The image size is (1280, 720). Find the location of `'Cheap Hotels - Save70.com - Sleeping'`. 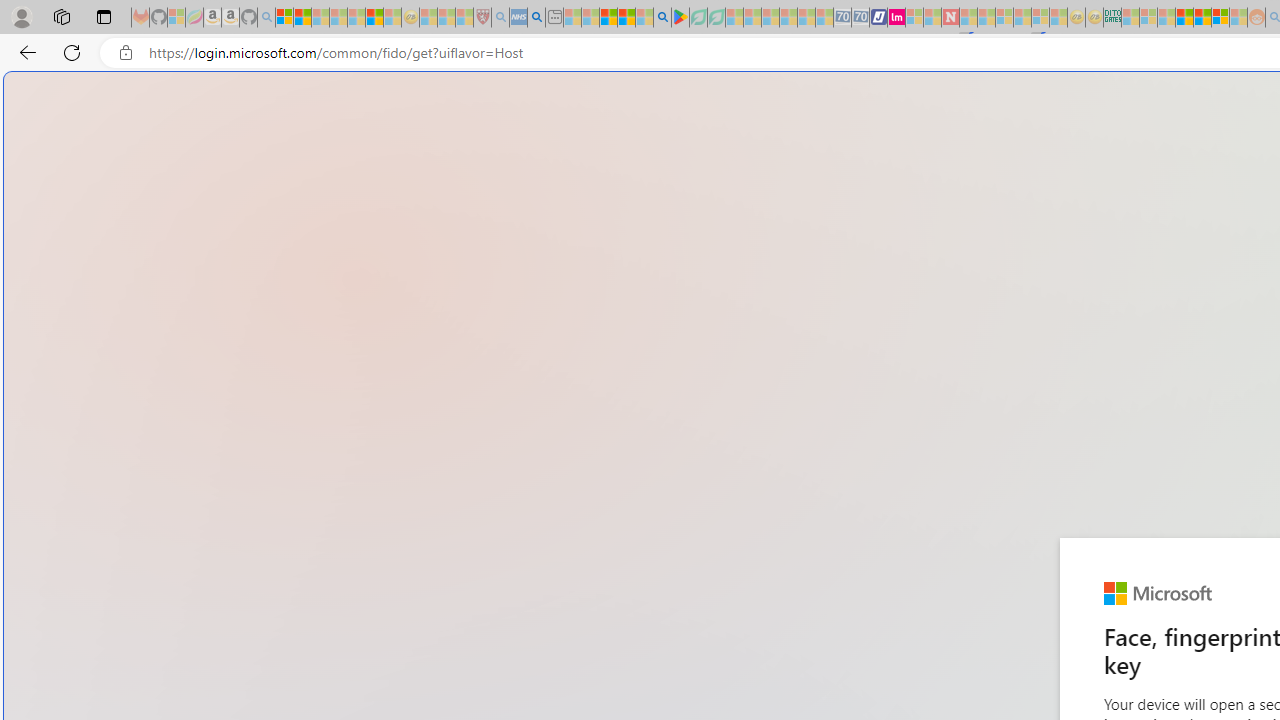

'Cheap Hotels - Save70.com - Sleeping' is located at coordinates (860, 17).